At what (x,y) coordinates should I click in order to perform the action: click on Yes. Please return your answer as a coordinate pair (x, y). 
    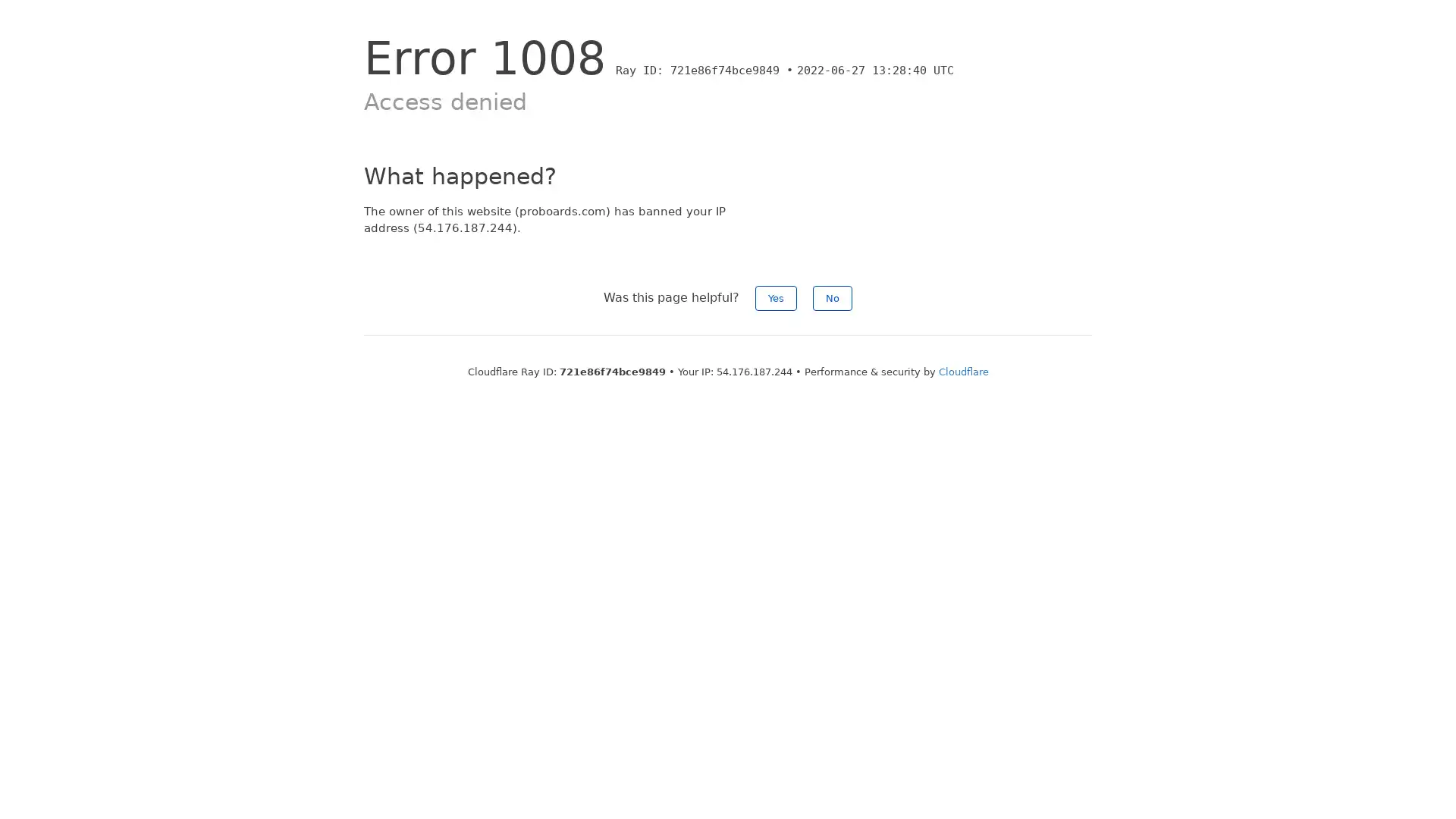
    Looking at the image, I should click on (776, 297).